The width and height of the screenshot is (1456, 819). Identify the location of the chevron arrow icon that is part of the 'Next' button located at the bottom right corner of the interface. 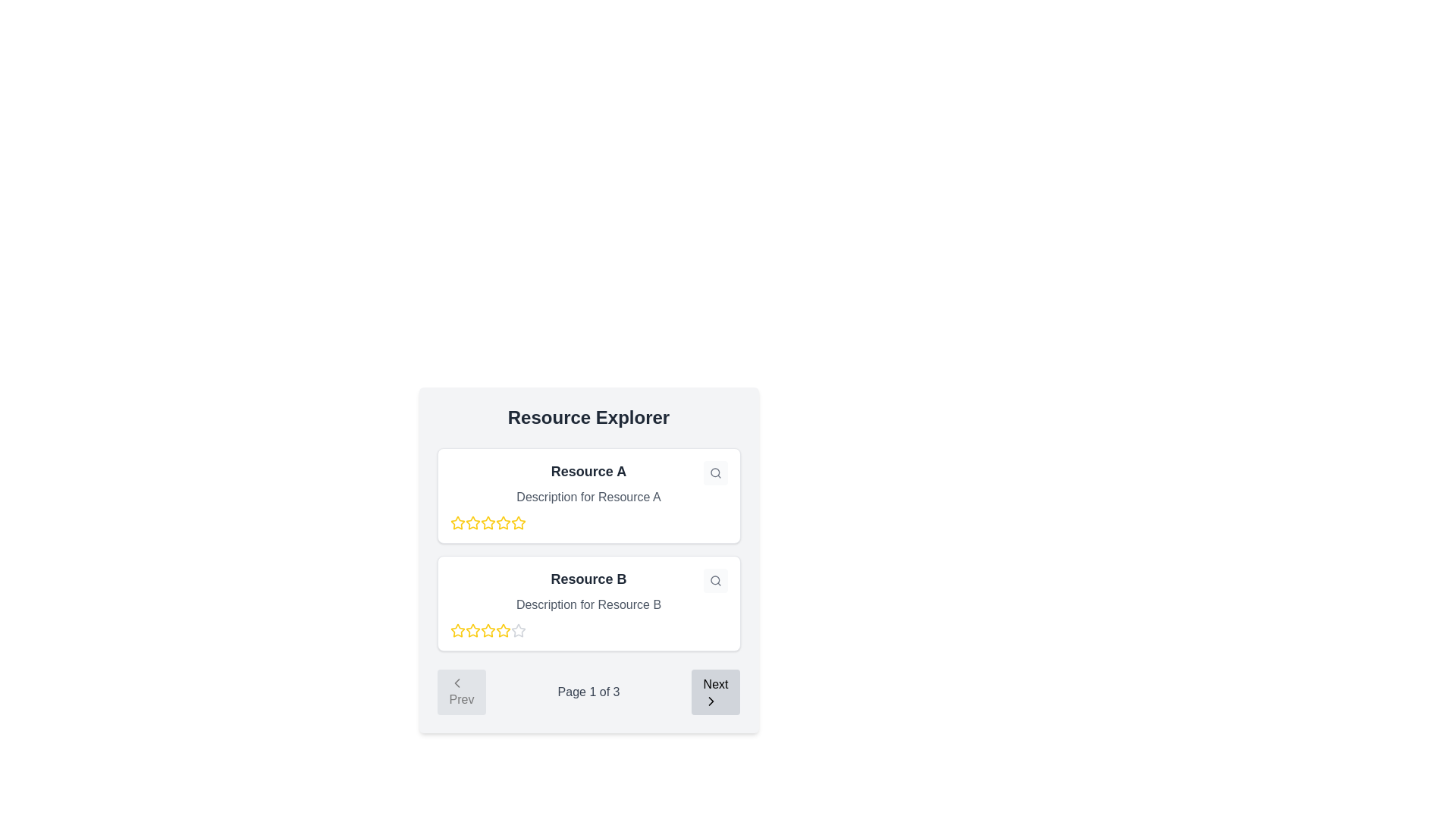
(710, 701).